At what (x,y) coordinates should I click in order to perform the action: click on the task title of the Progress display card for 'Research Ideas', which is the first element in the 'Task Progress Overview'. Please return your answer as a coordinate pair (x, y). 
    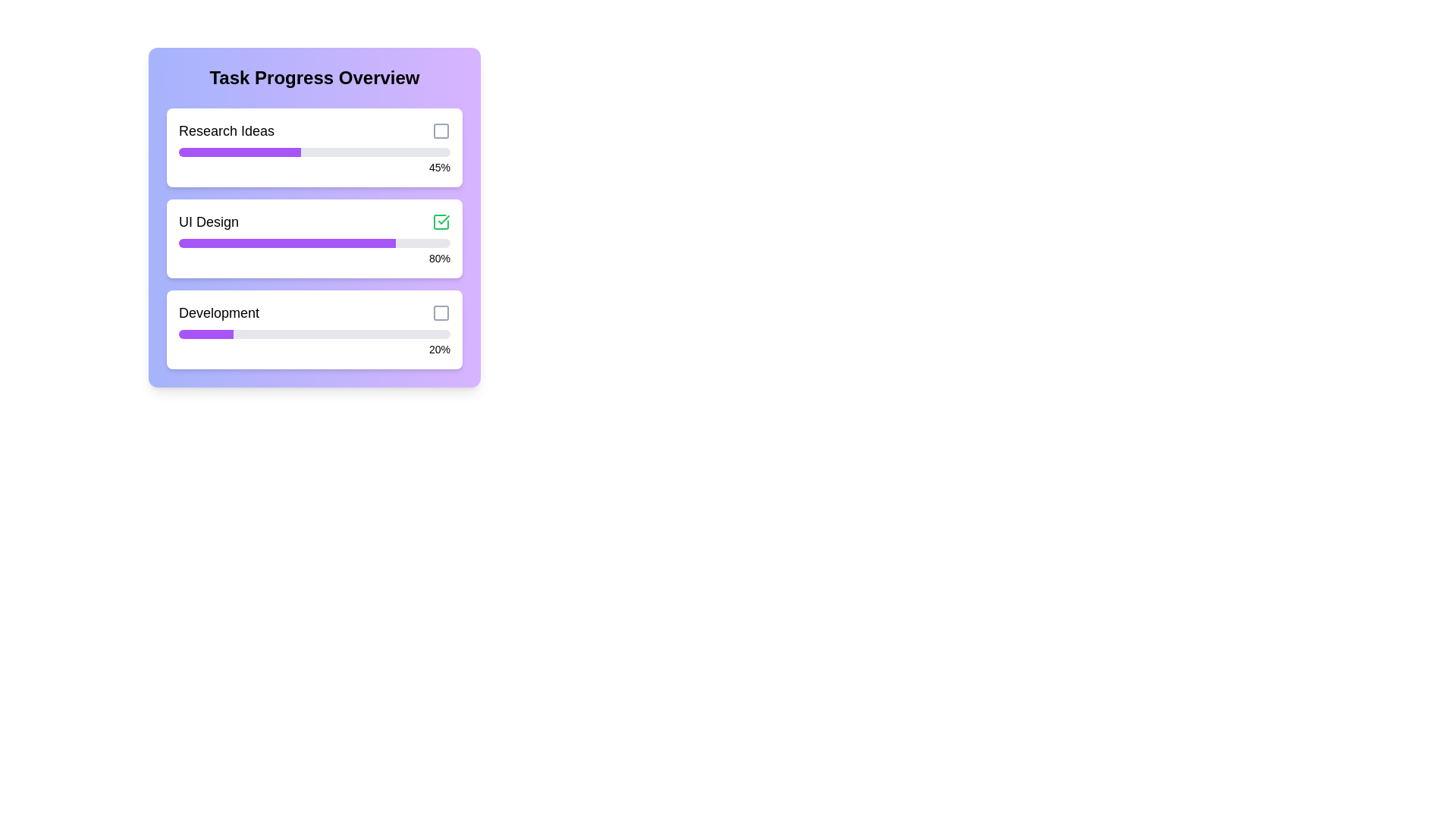
    Looking at the image, I should click on (313, 148).